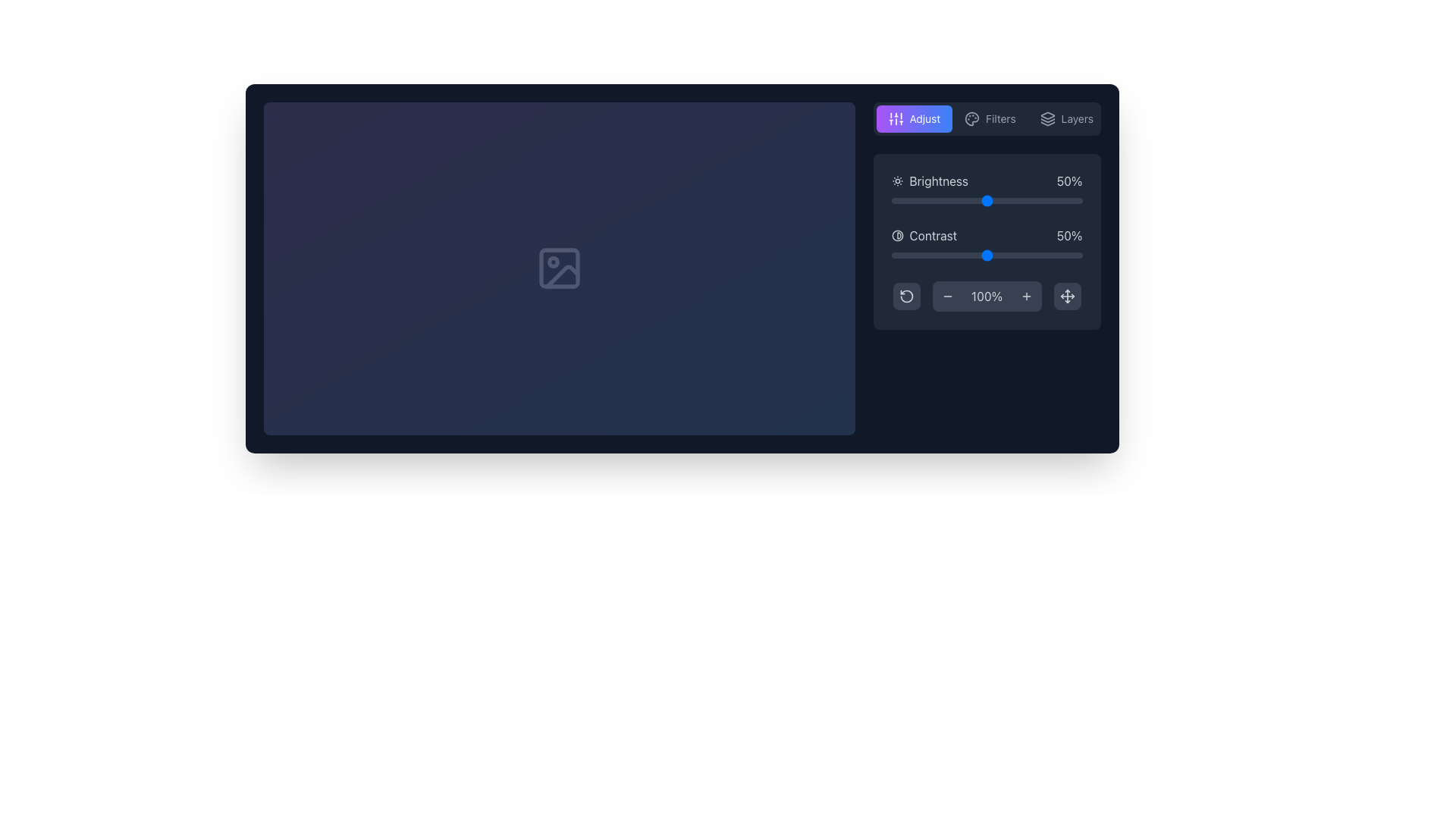 Image resolution: width=1456 pixels, height=819 pixels. Describe the element at coordinates (913, 118) in the screenshot. I see `the 'Adjust' button, which is a rectangular button with rounded corners, featuring a gradient background from purple to blue and white text, located in the upper-right section of the interface` at that location.